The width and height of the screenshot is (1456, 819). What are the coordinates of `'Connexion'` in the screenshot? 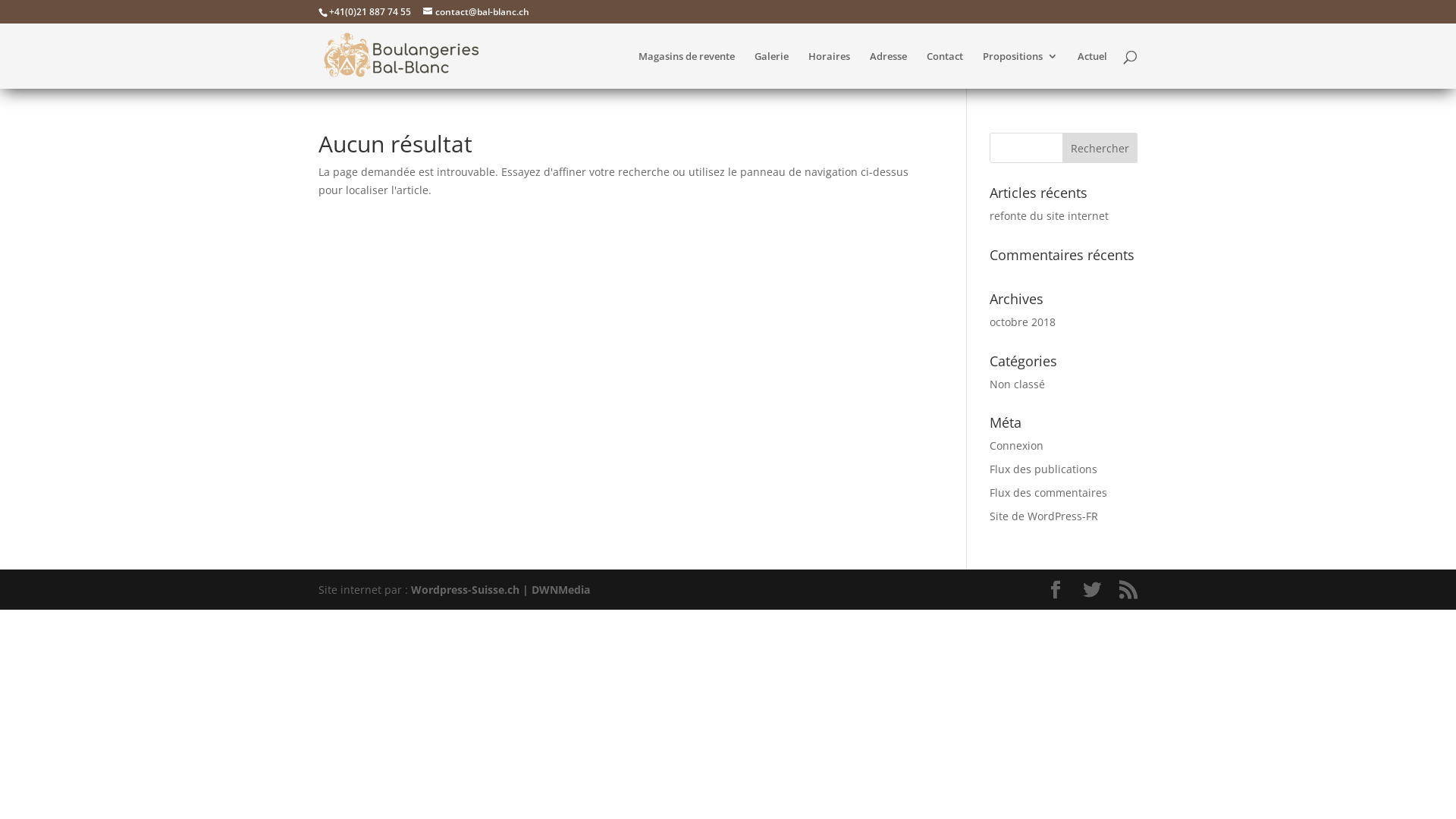 It's located at (1016, 444).